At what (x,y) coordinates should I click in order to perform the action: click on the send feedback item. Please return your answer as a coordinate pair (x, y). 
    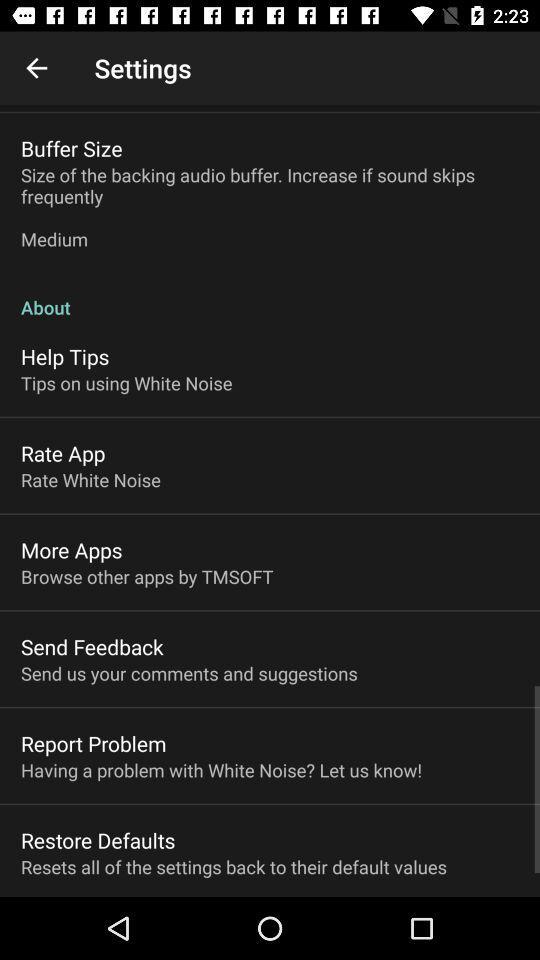
    Looking at the image, I should click on (91, 645).